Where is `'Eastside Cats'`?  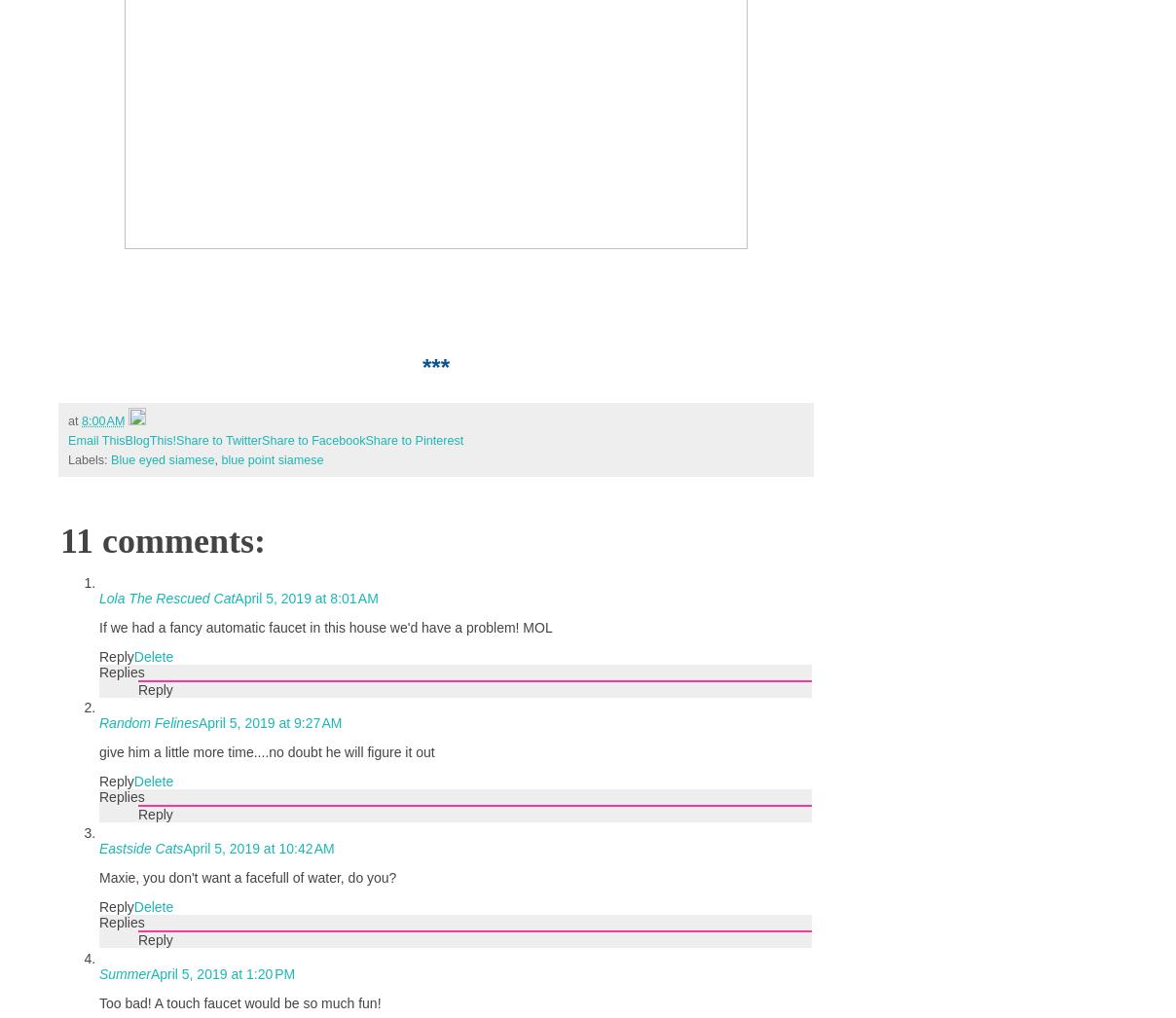
'Eastside Cats' is located at coordinates (97, 848).